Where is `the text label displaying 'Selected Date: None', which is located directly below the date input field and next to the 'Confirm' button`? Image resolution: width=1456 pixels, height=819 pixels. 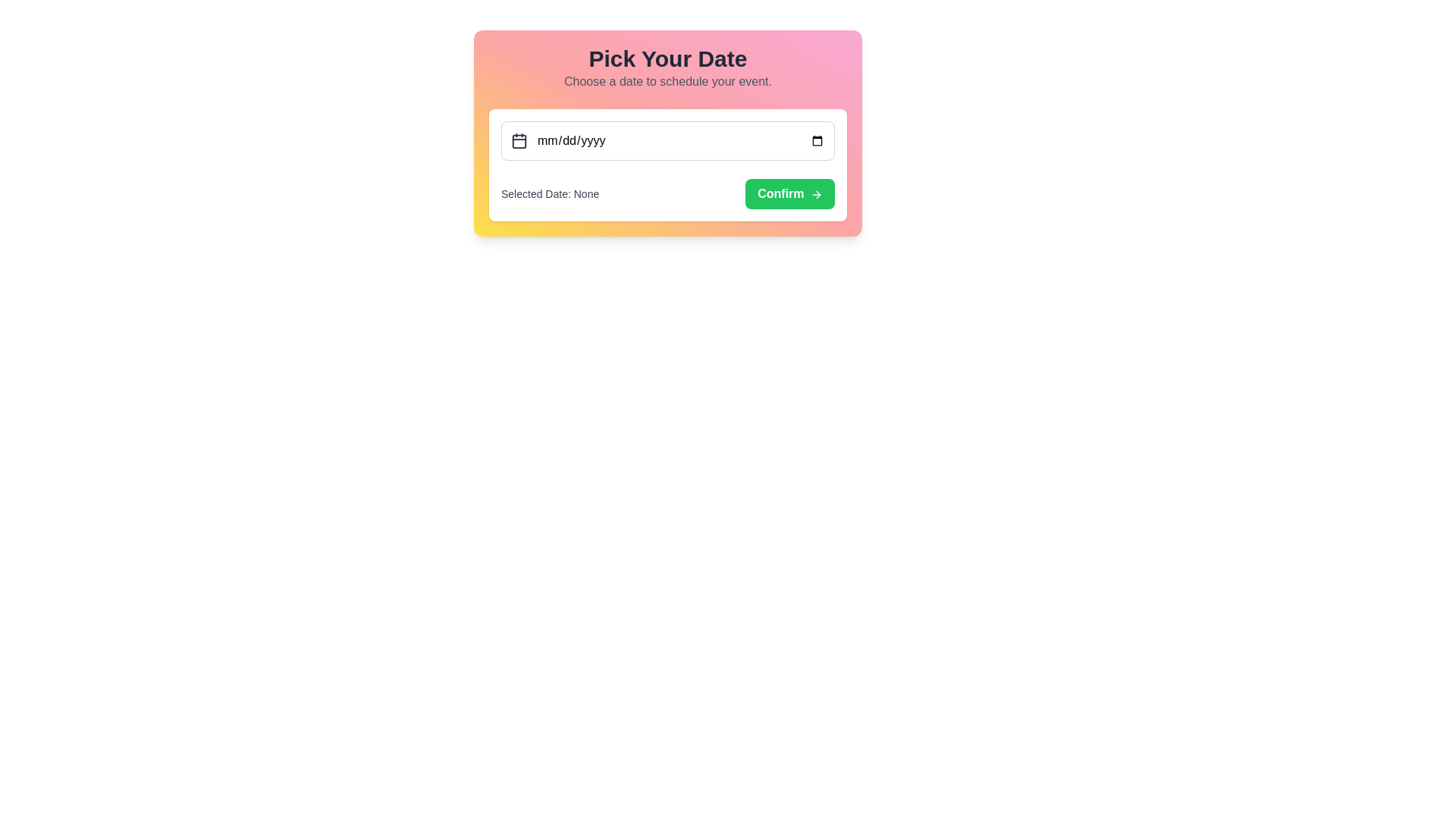 the text label displaying 'Selected Date: None', which is located directly below the date input field and next to the 'Confirm' button is located at coordinates (549, 193).